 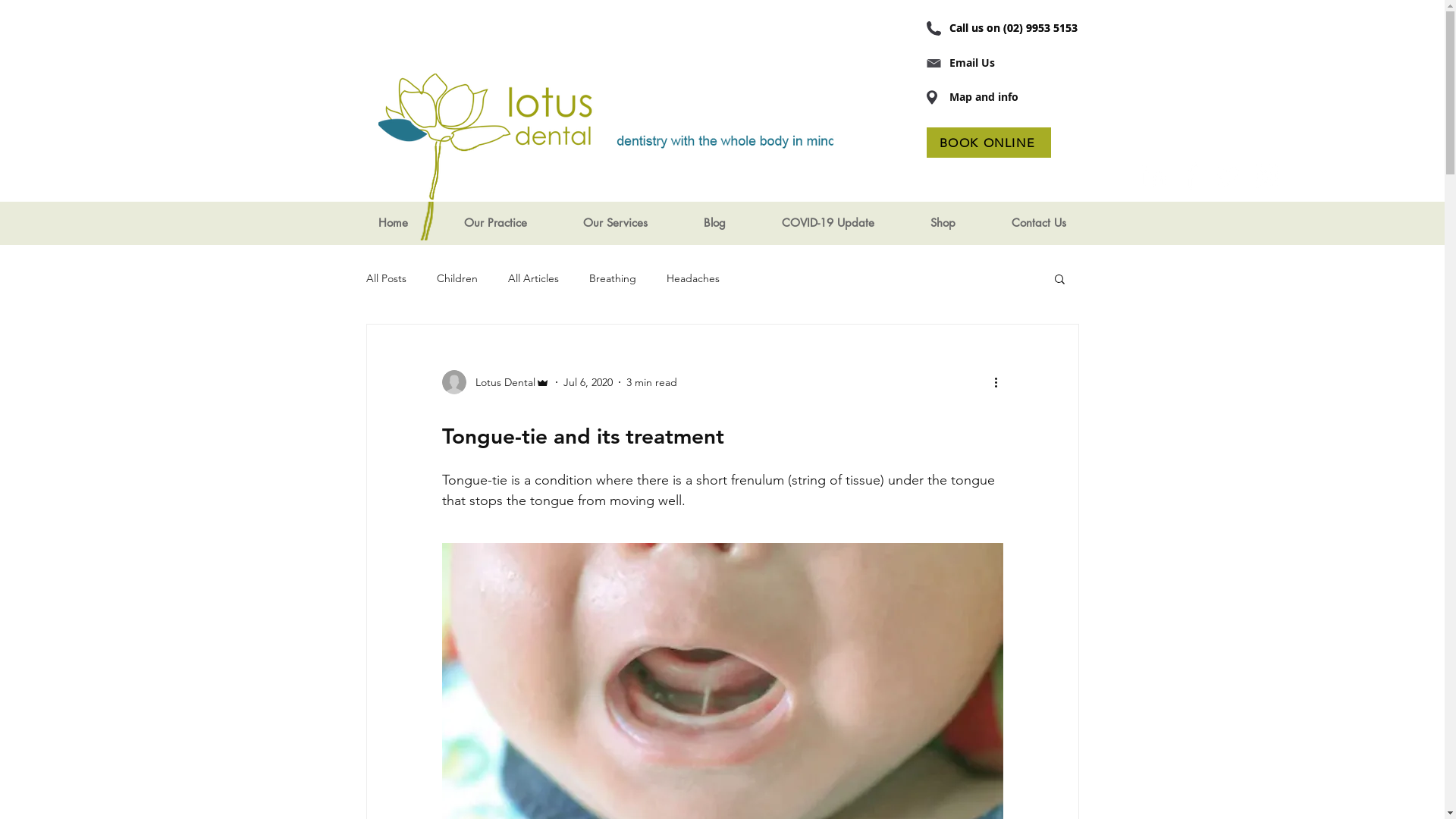 What do you see at coordinates (971, 62) in the screenshot?
I see `'Email Us'` at bounding box center [971, 62].